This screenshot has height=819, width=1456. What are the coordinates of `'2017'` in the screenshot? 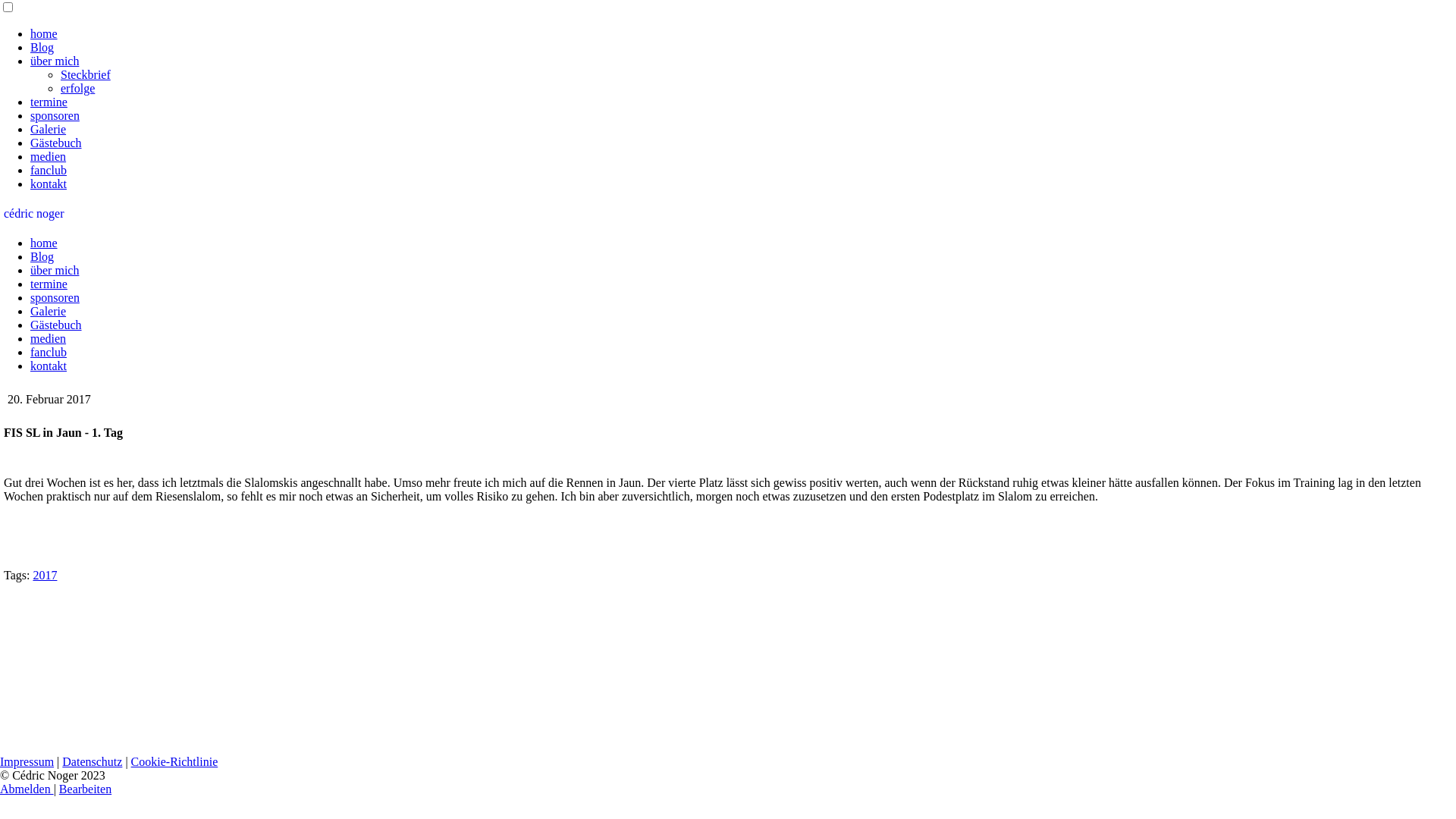 It's located at (44, 575).